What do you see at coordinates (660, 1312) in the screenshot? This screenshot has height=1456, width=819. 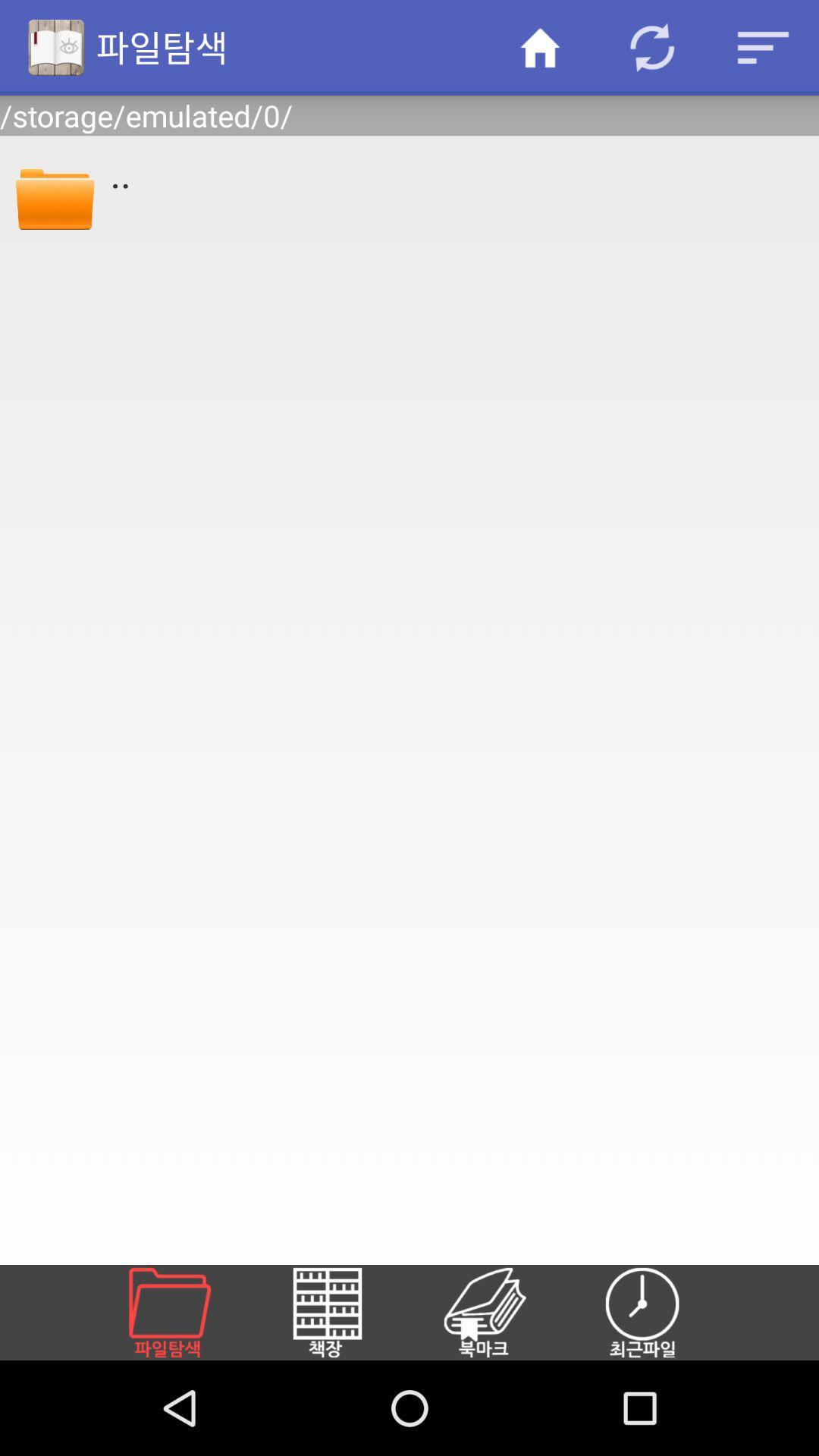 I see `the icon below ..` at bounding box center [660, 1312].